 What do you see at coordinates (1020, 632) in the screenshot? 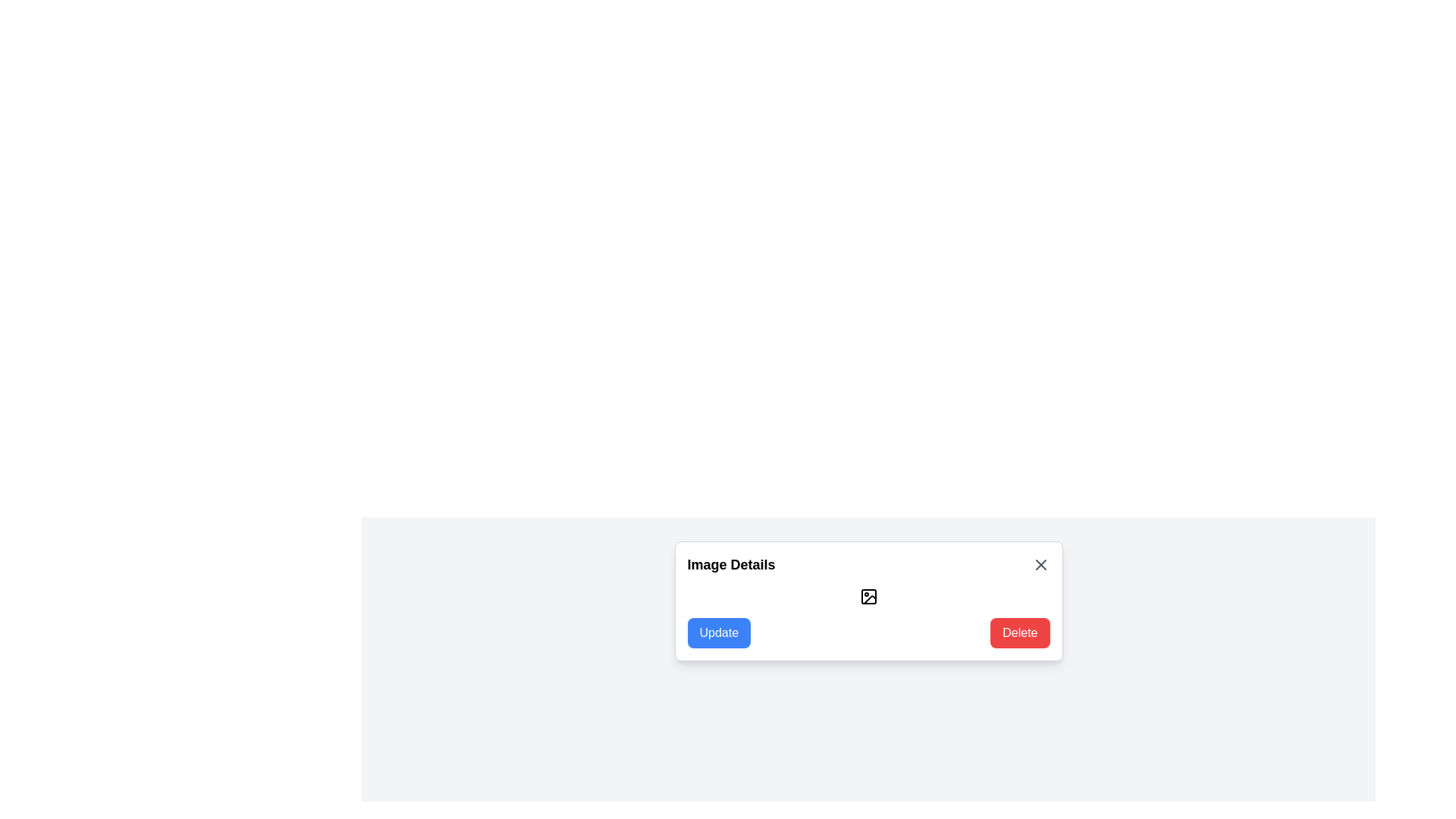
I see `the red rectangular 'Delete' button located in the bottom-right corner of the 'Image Details' modal dialog` at bounding box center [1020, 632].